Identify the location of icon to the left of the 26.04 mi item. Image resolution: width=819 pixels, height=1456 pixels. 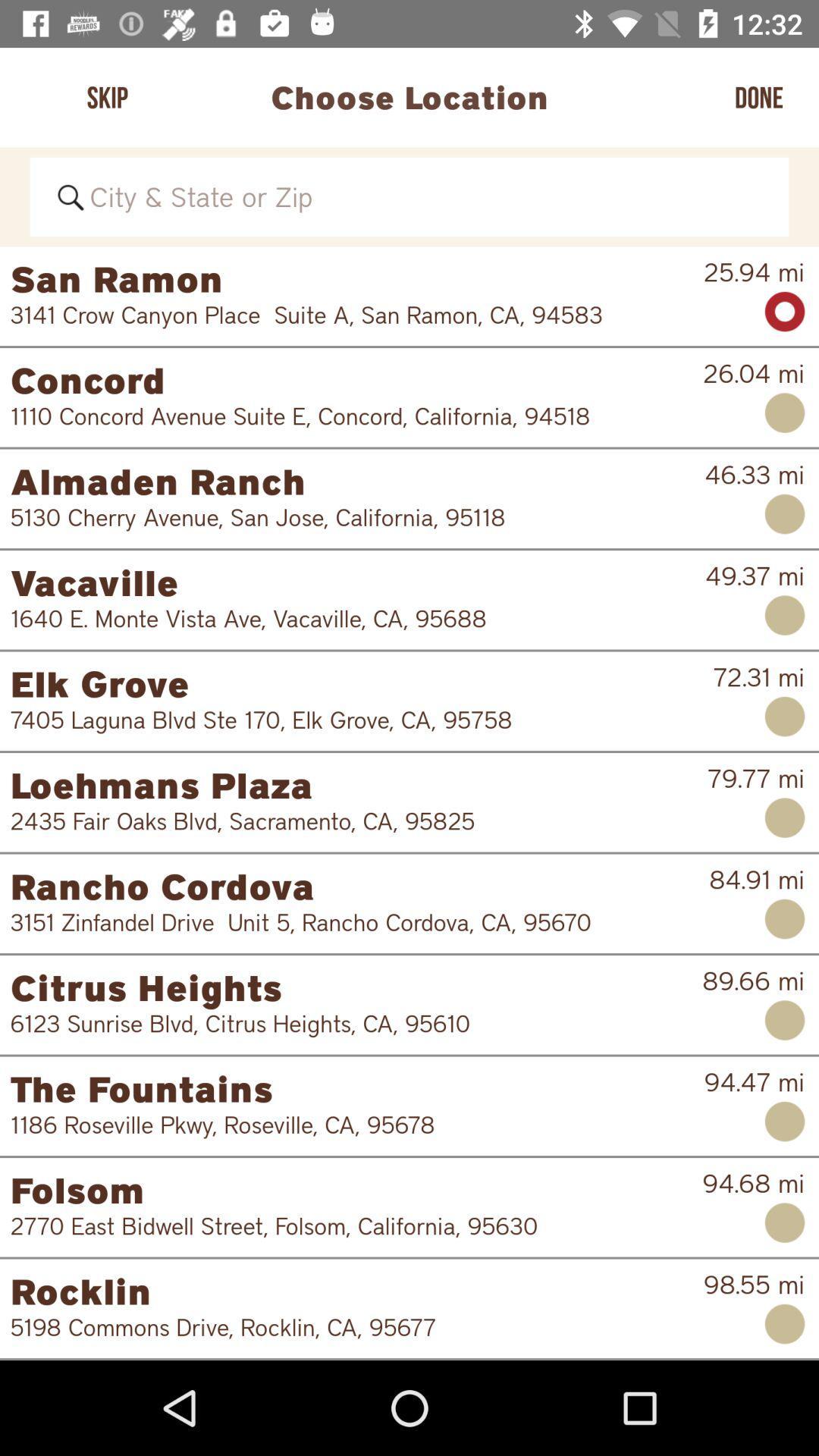
(347, 416).